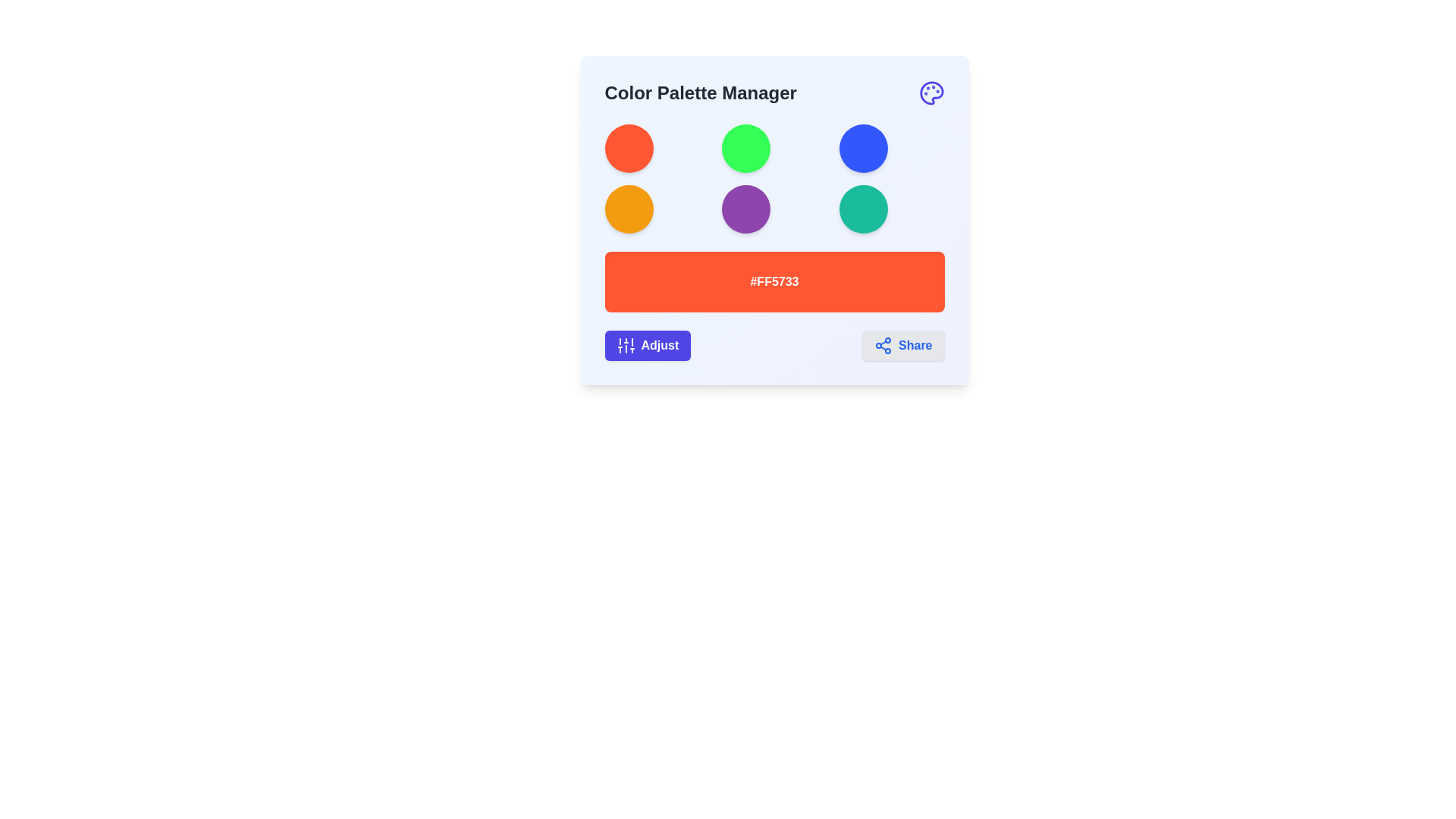  What do you see at coordinates (930, 93) in the screenshot?
I see `the Decorative Icon Element located at the top right corner of the Color Palette Manager, which is the largest circular element in the palette icon` at bounding box center [930, 93].